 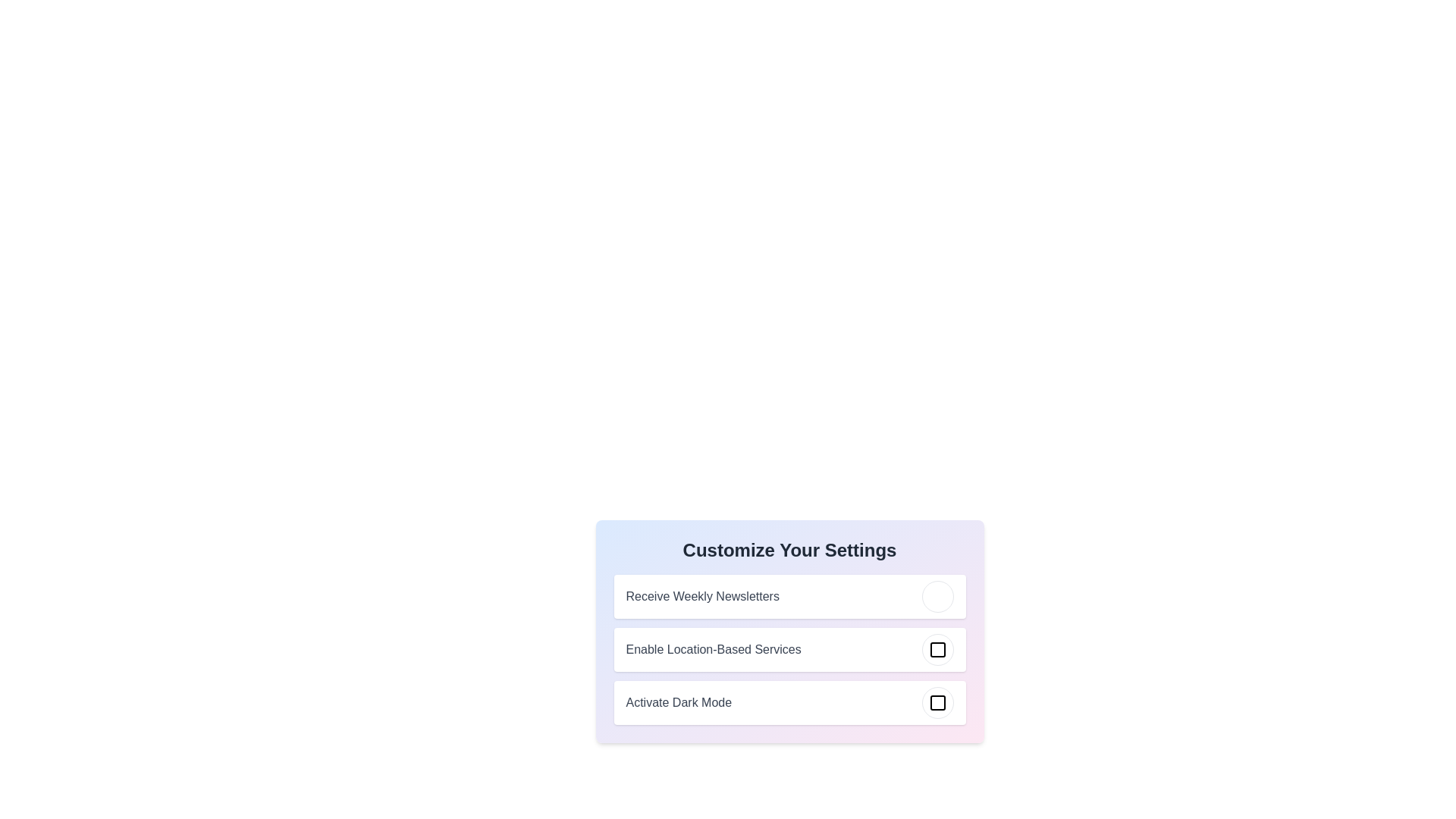 What do you see at coordinates (937, 595) in the screenshot?
I see `the toggle button located on the right side of the 'Receive Weekly Newsletters' section in the settings panel` at bounding box center [937, 595].